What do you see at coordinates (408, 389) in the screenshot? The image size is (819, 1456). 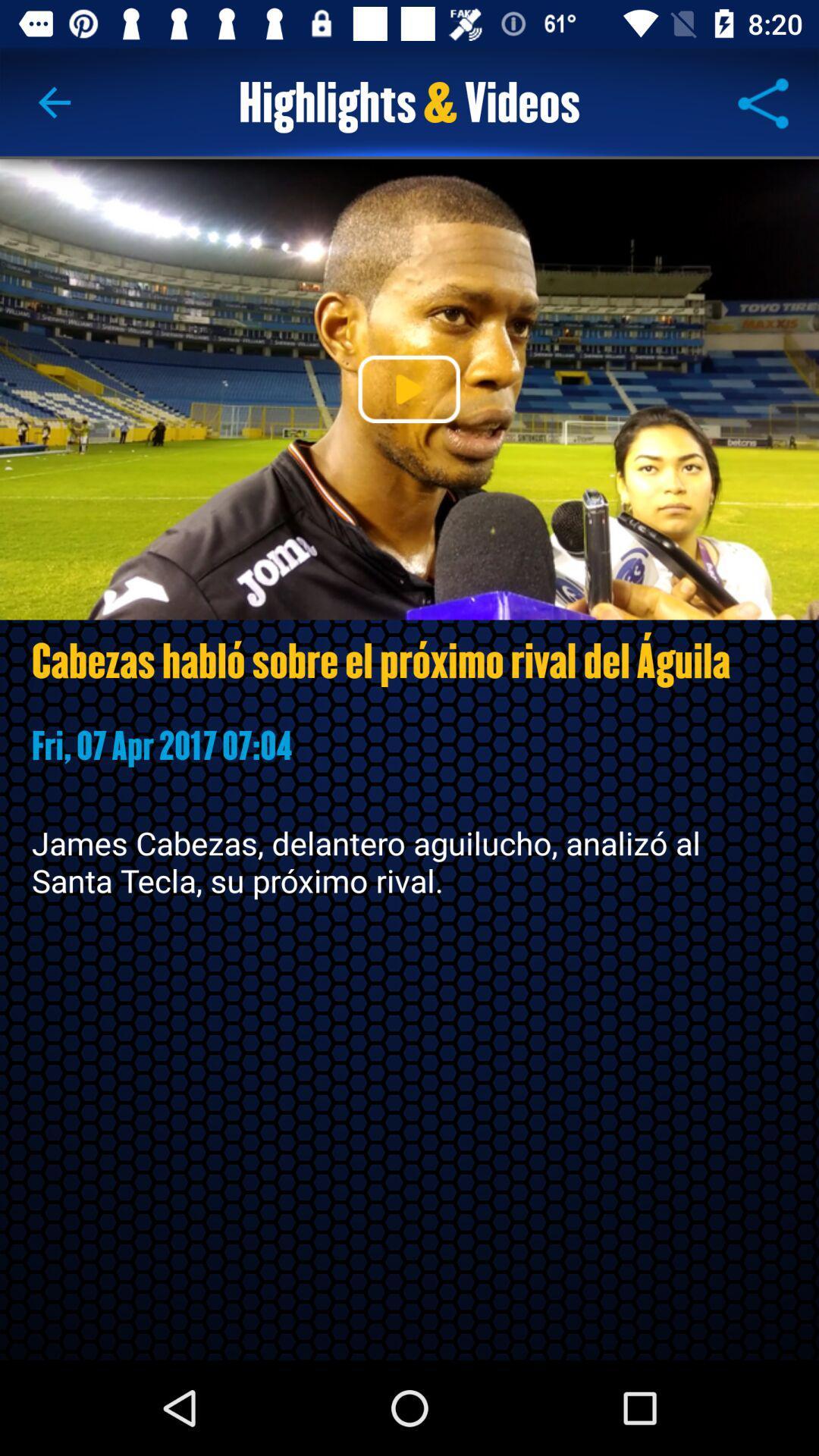 I see `the button to play the video` at bounding box center [408, 389].